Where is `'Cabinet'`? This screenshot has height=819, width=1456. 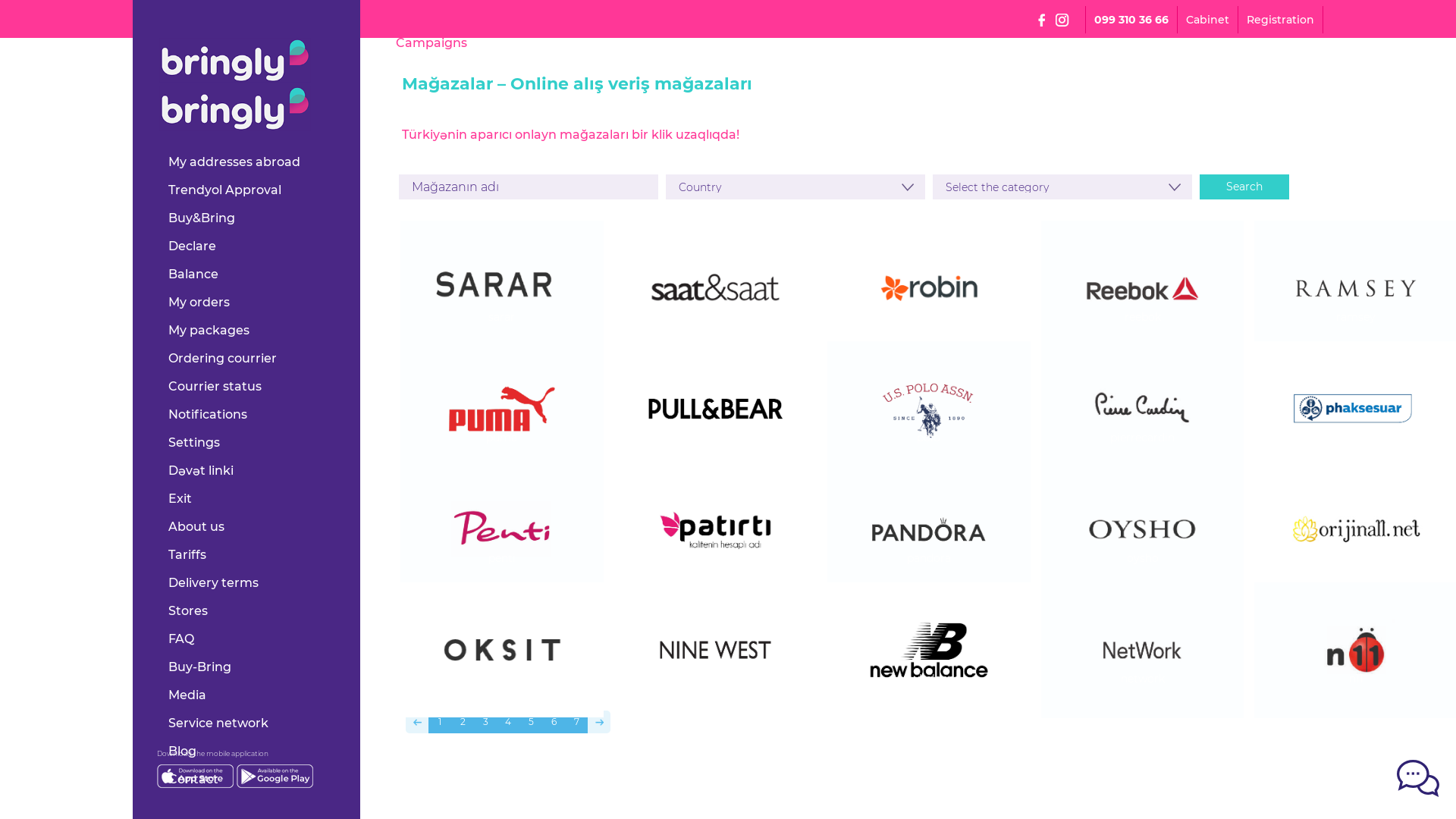
'Cabinet' is located at coordinates (1207, 20).